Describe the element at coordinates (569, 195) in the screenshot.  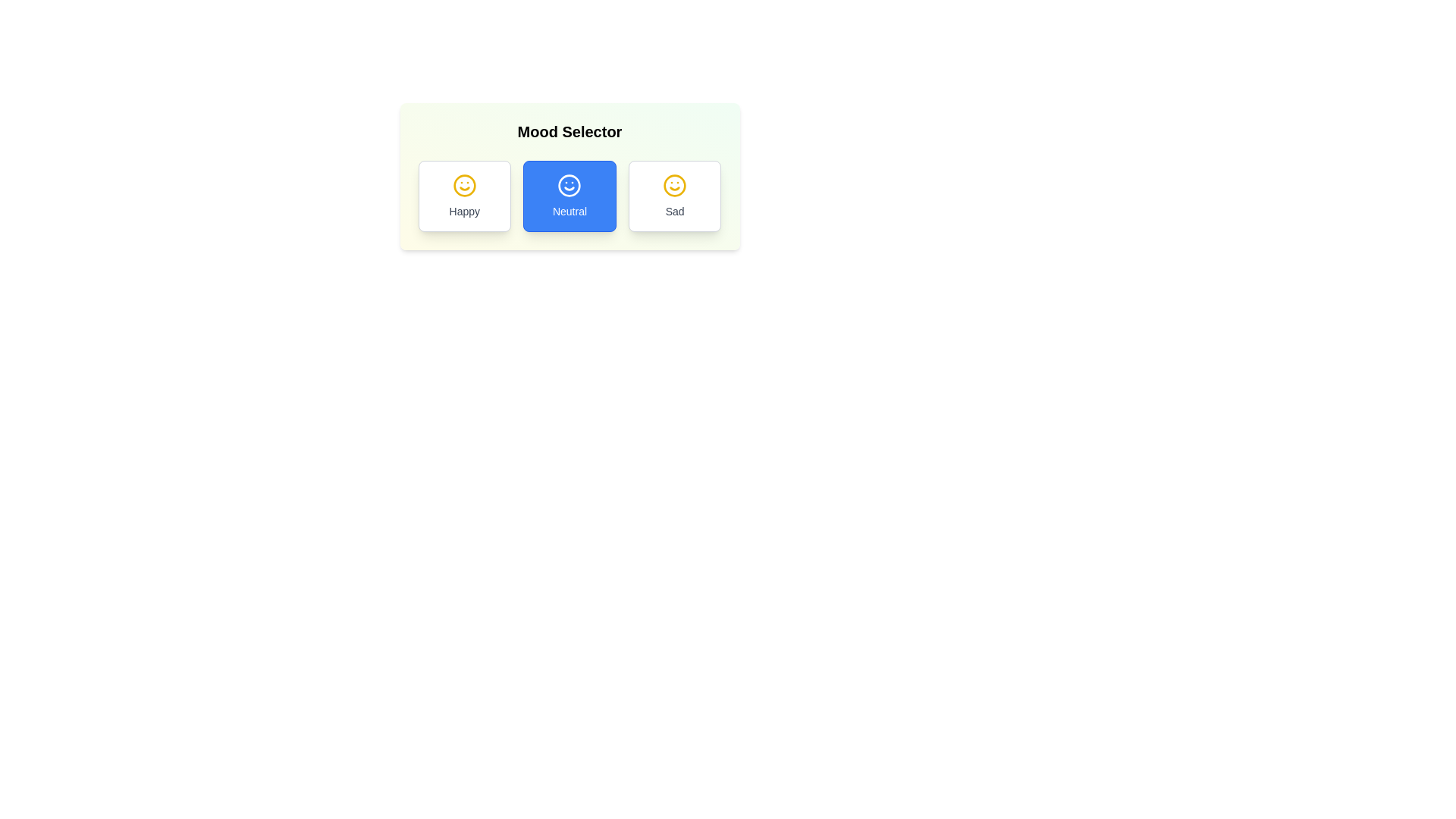
I see `the mood Neutral by clicking the corresponding button` at that location.